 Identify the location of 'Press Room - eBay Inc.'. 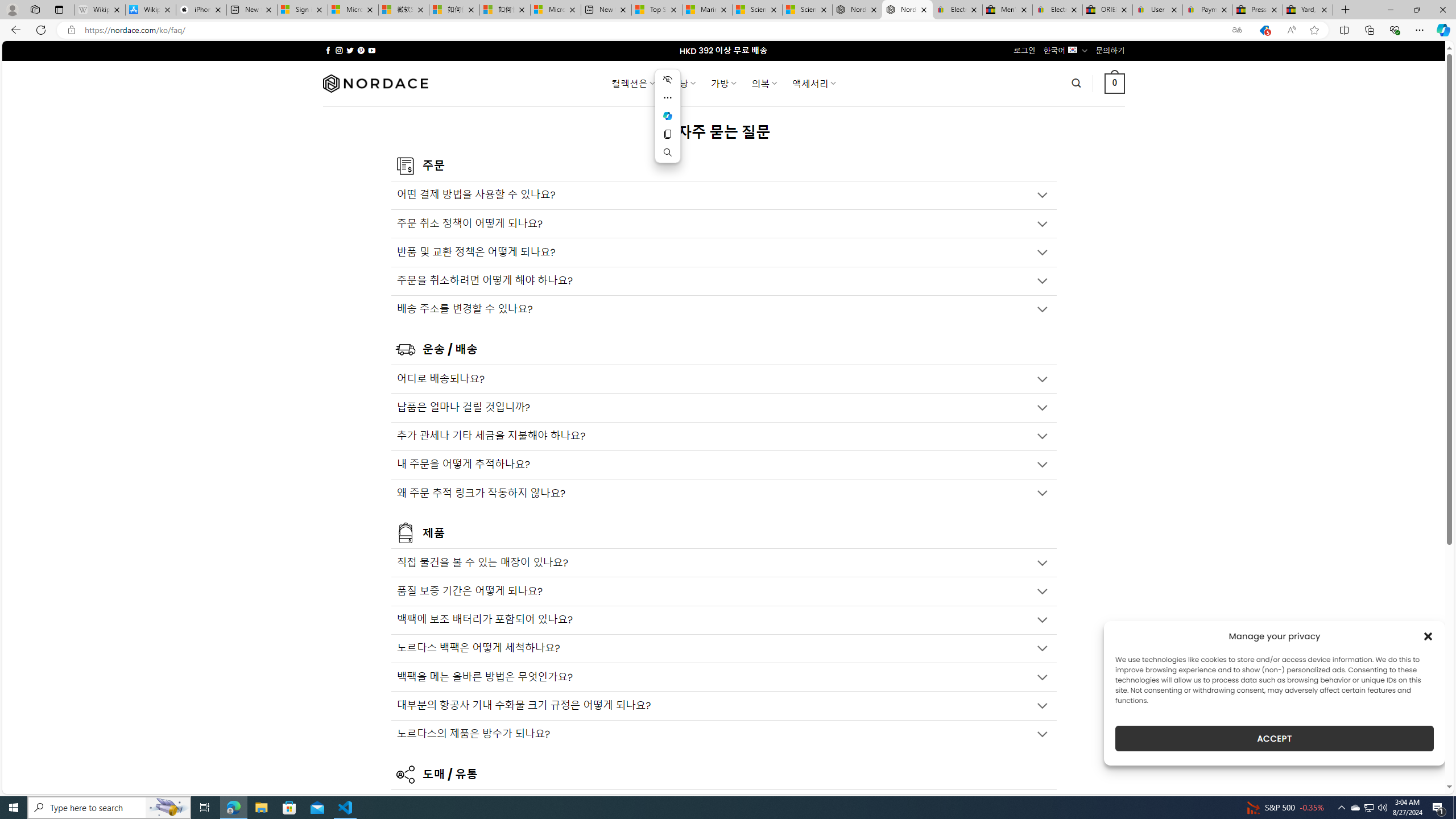
(1256, 9).